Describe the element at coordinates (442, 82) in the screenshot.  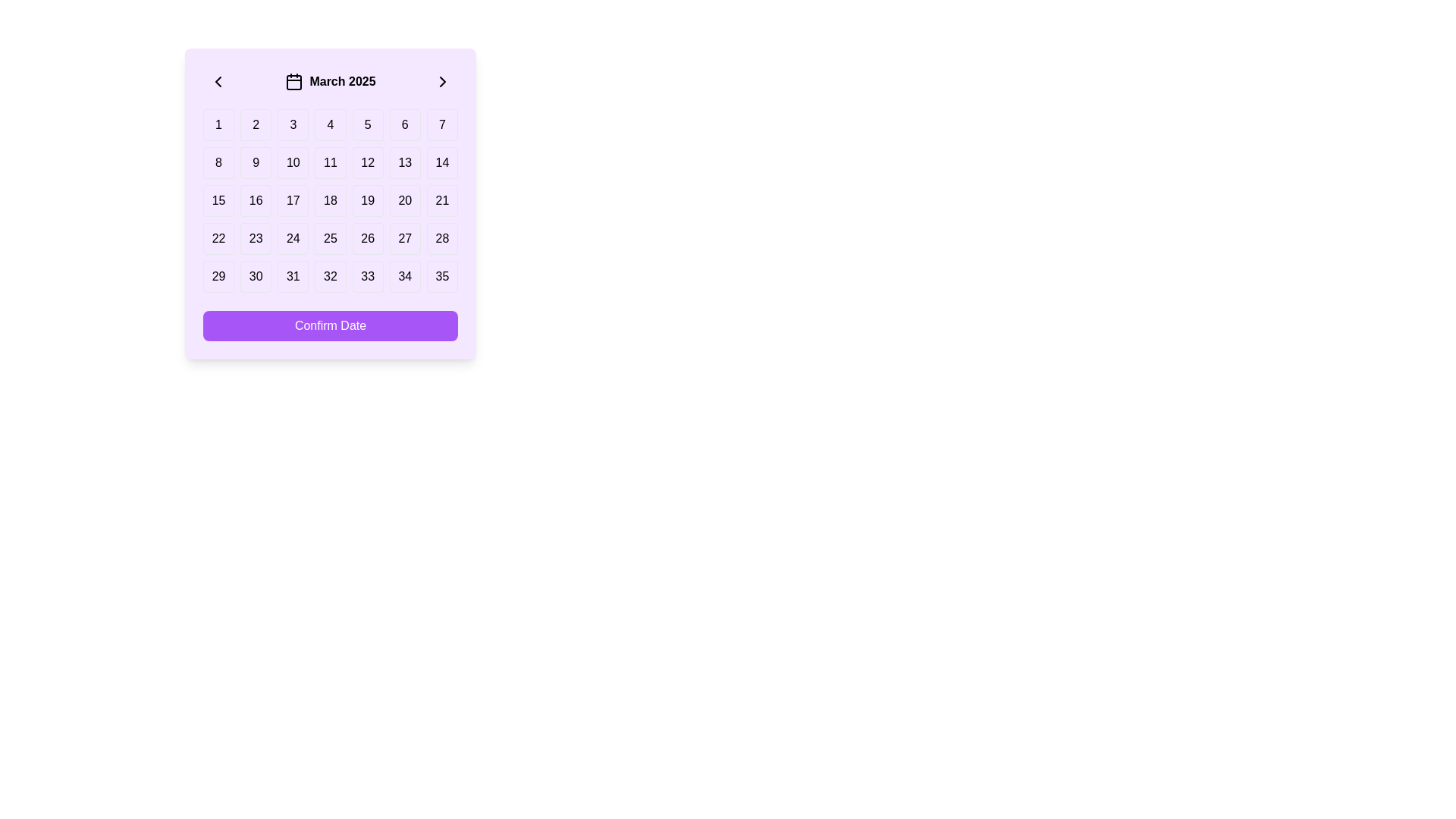
I see `the right arrow icon button located to the right of the 'March 2025' label in the calendar interface` at that location.